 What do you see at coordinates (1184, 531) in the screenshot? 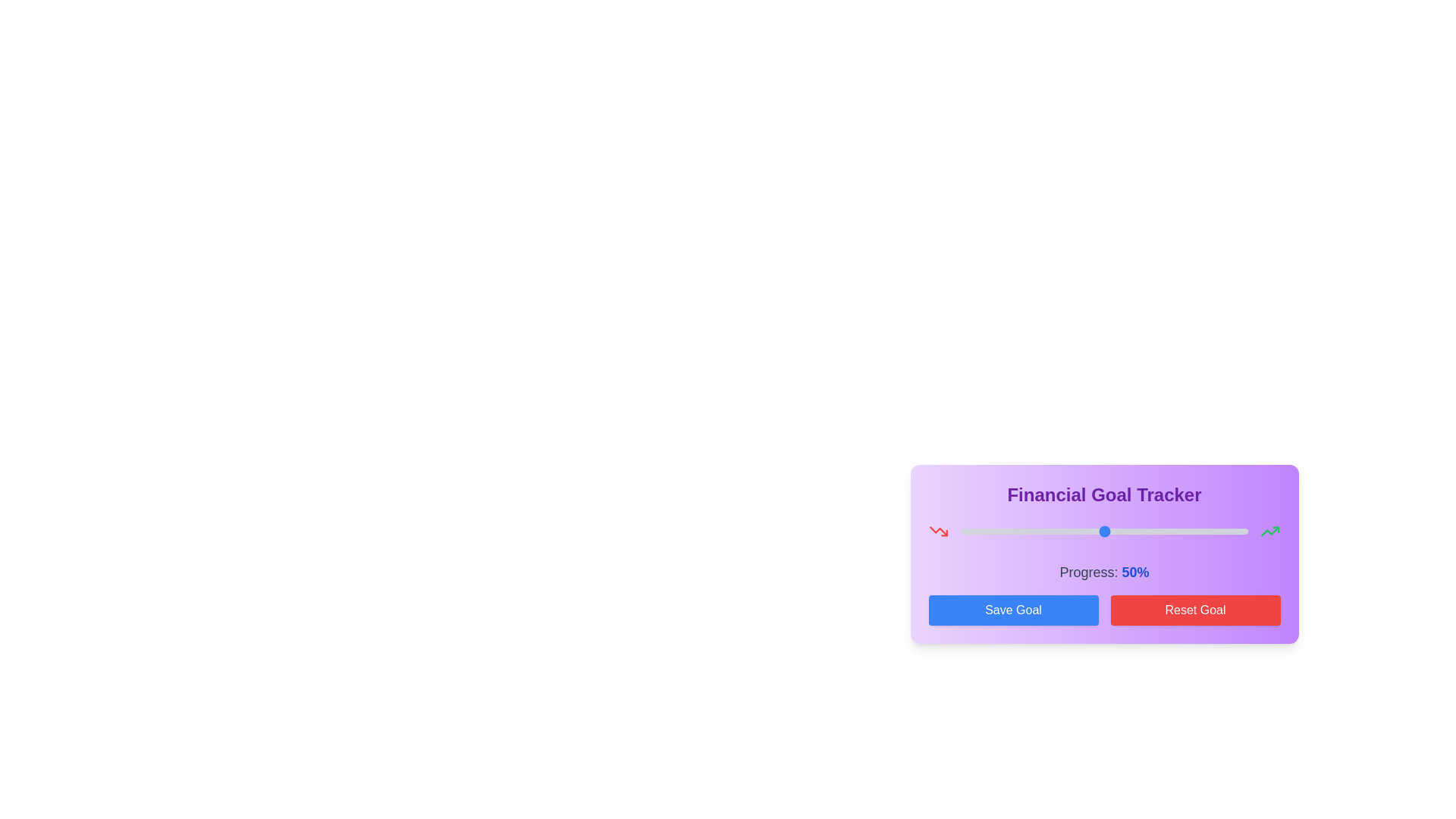
I see `the progress slider to 78%` at bounding box center [1184, 531].